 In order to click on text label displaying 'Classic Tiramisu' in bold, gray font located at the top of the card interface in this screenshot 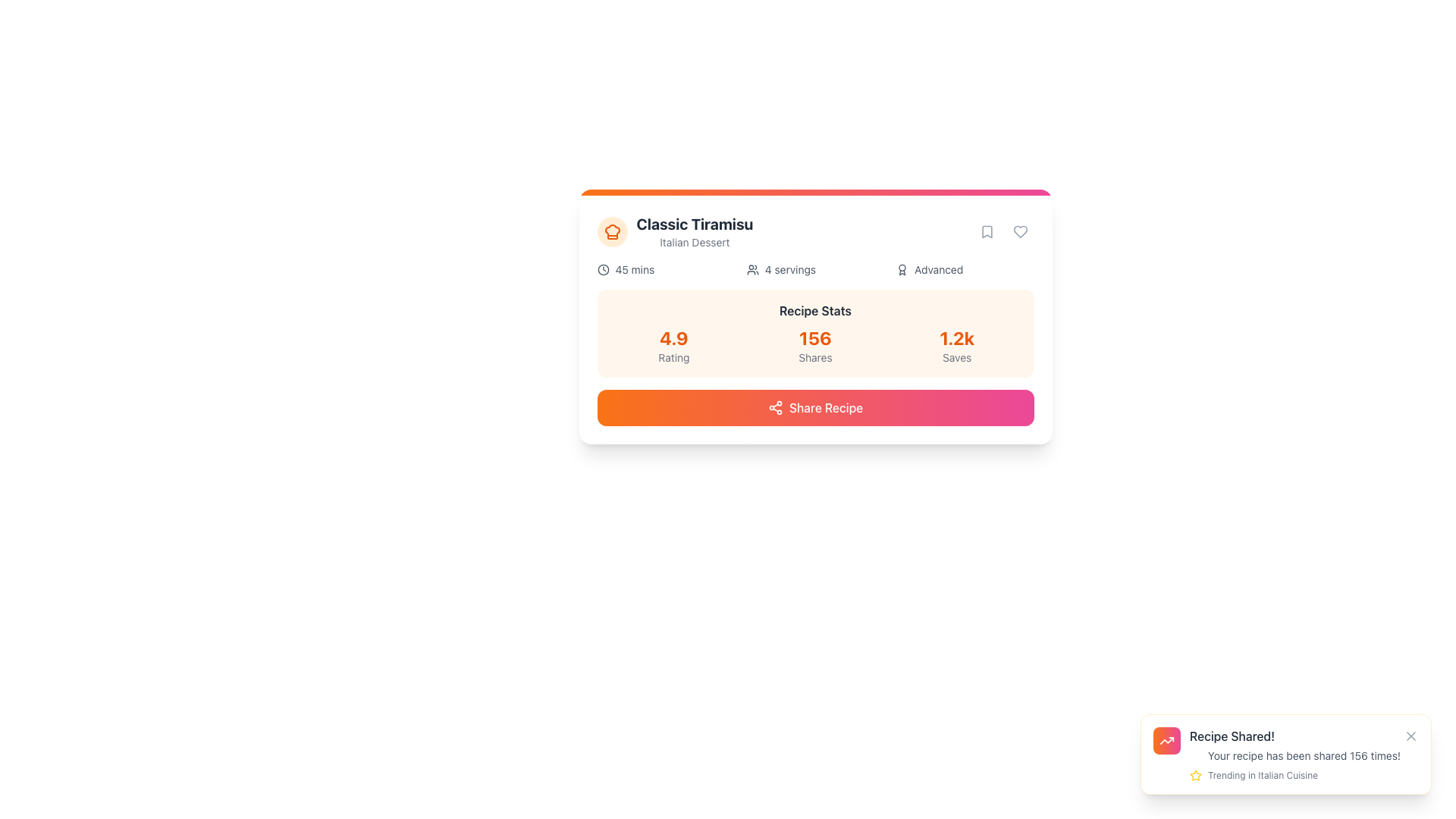, I will do `click(694, 224)`.